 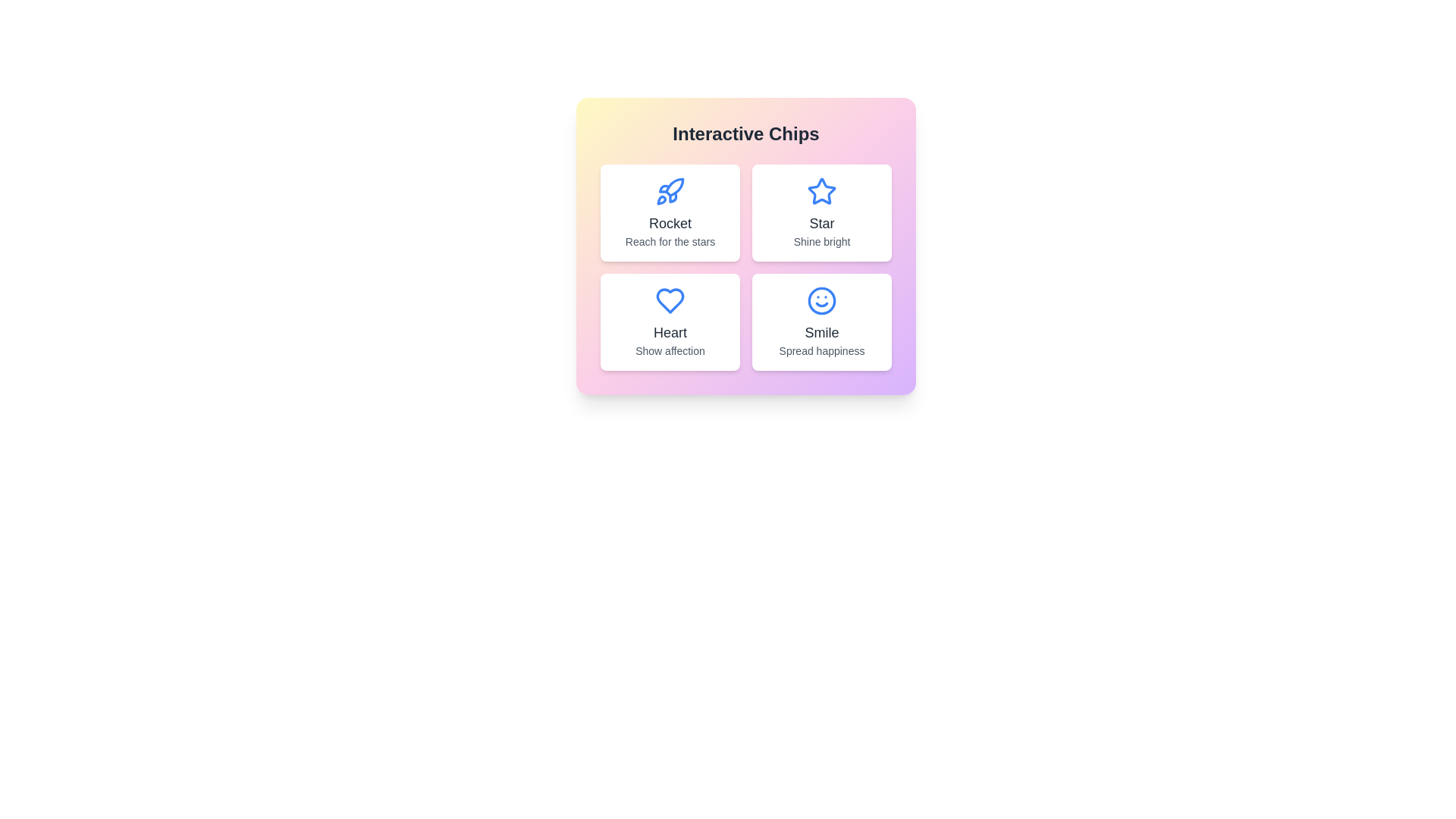 What do you see at coordinates (669, 321) in the screenshot?
I see `the chip labeled Heart` at bounding box center [669, 321].